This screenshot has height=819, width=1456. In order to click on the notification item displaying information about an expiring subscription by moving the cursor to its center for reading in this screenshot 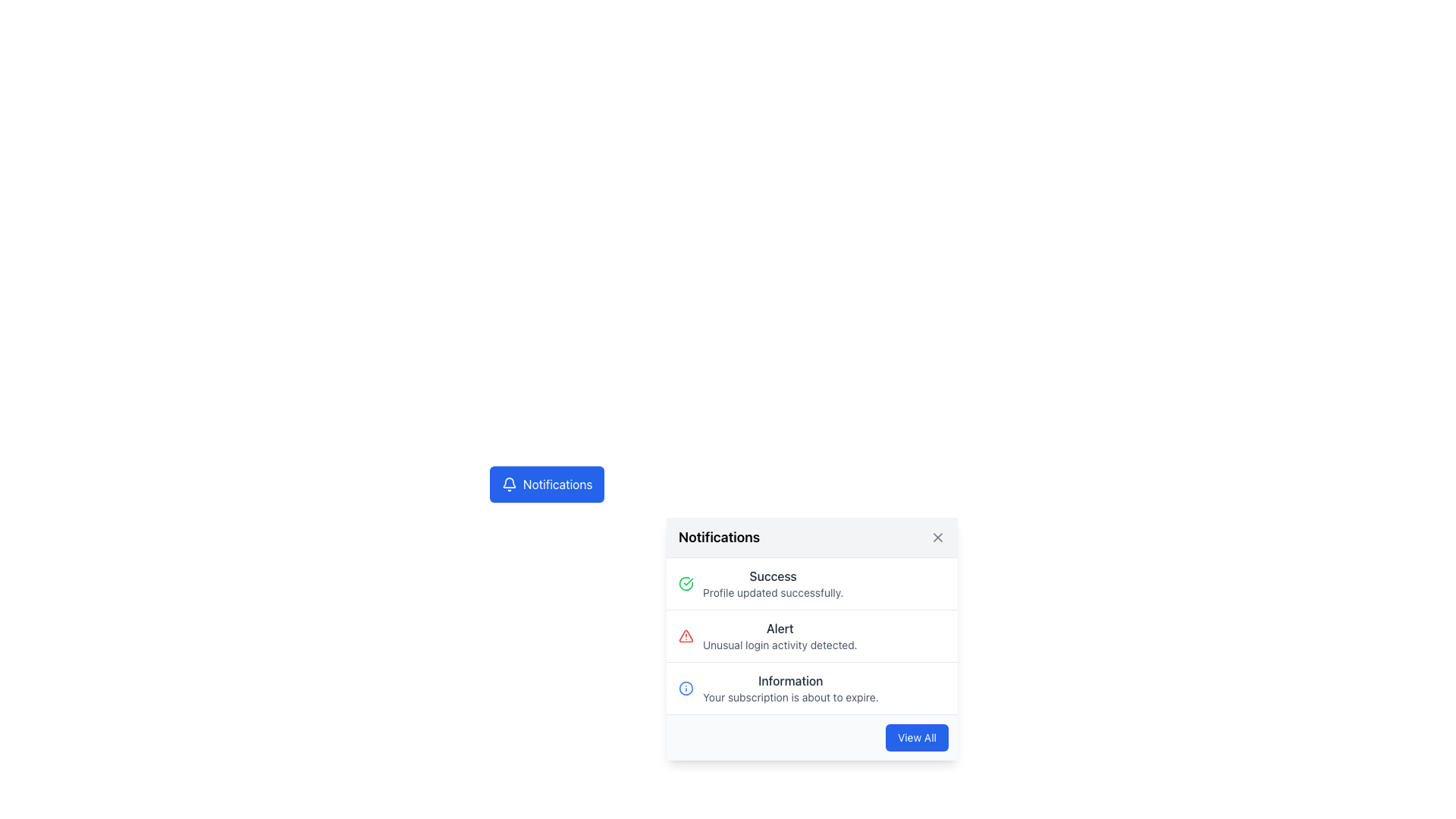, I will do `click(811, 688)`.